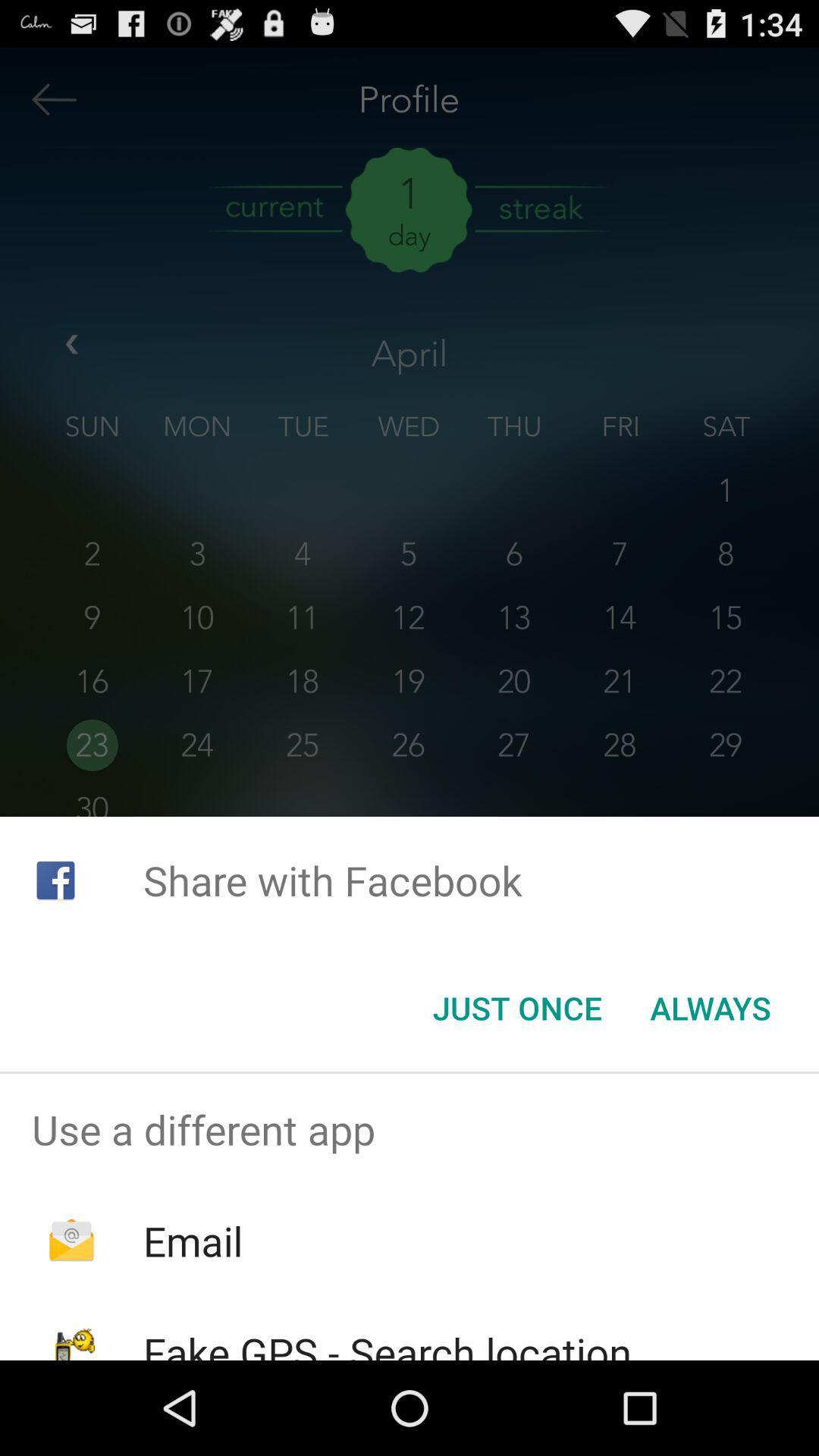 The height and width of the screenshot is (1456, 819). What do you see at coordinates (711, 1008) in the screenshot?
I see `icon to the right of the just once button` at bounding box center [711, 1008].